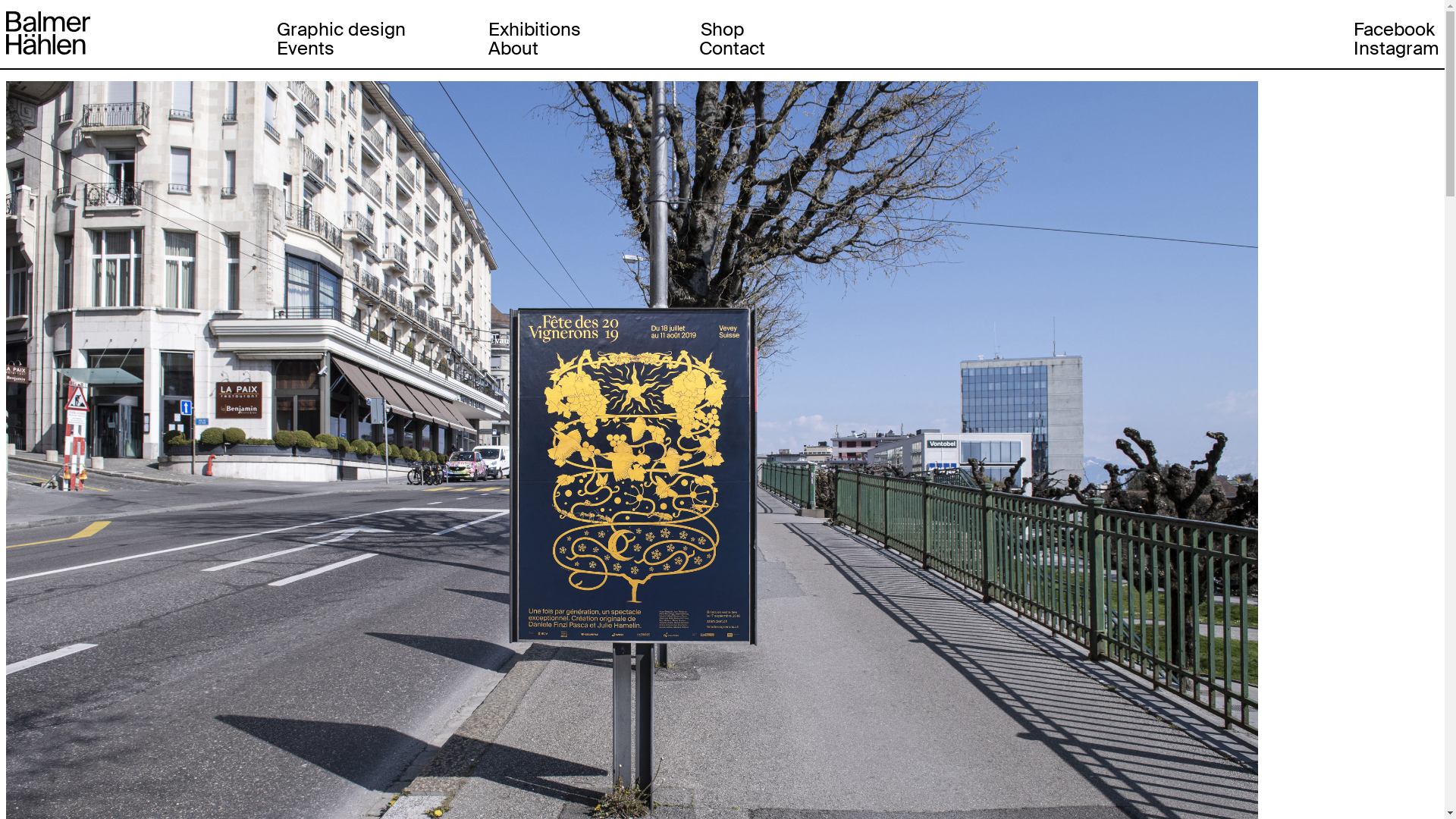 This screenshot has height=819, width=1456. I want to click on 'Facebook', so click(1353, 29).